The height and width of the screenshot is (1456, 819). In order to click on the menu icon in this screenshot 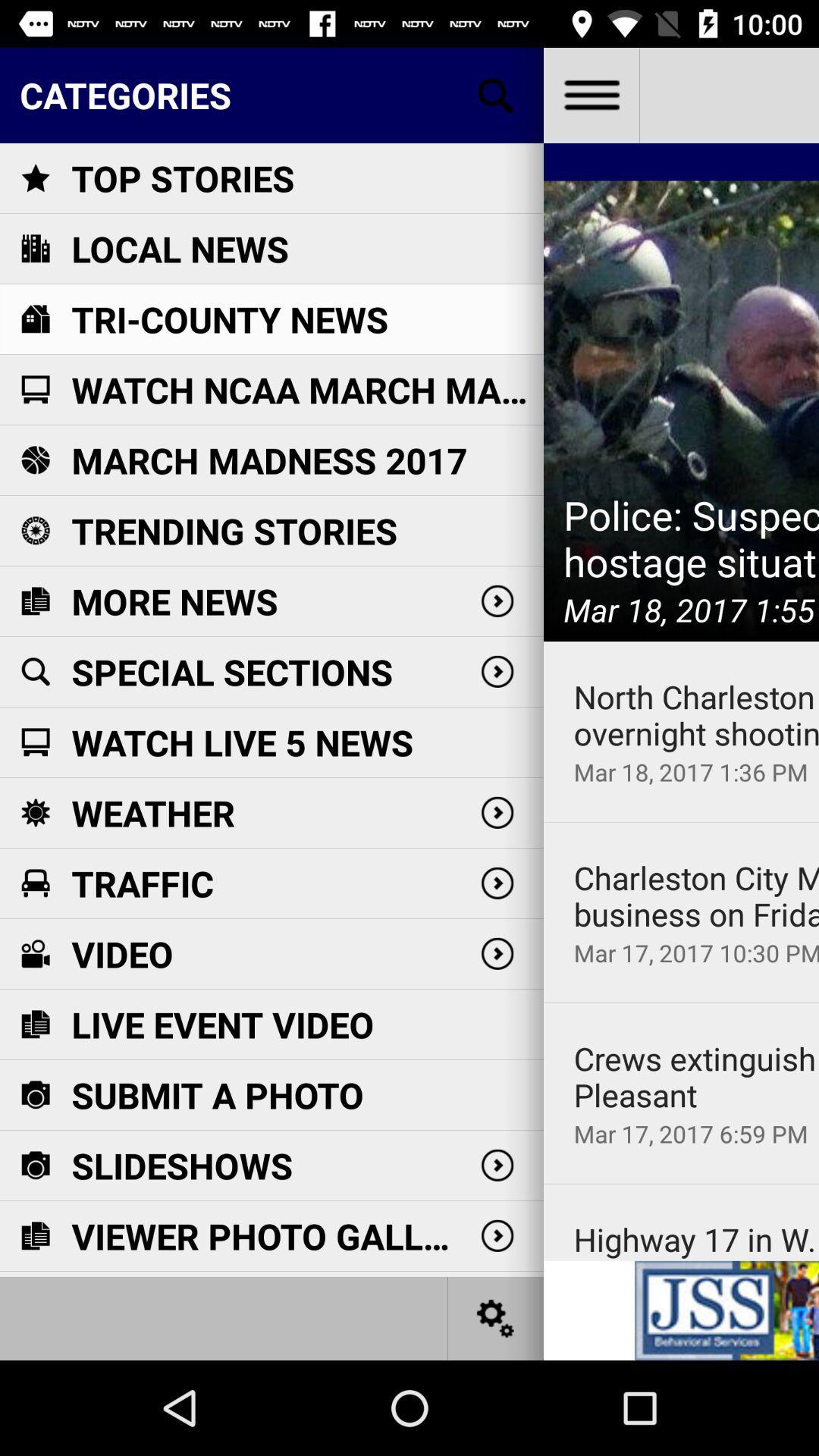, I will do `click(590, 94)`.